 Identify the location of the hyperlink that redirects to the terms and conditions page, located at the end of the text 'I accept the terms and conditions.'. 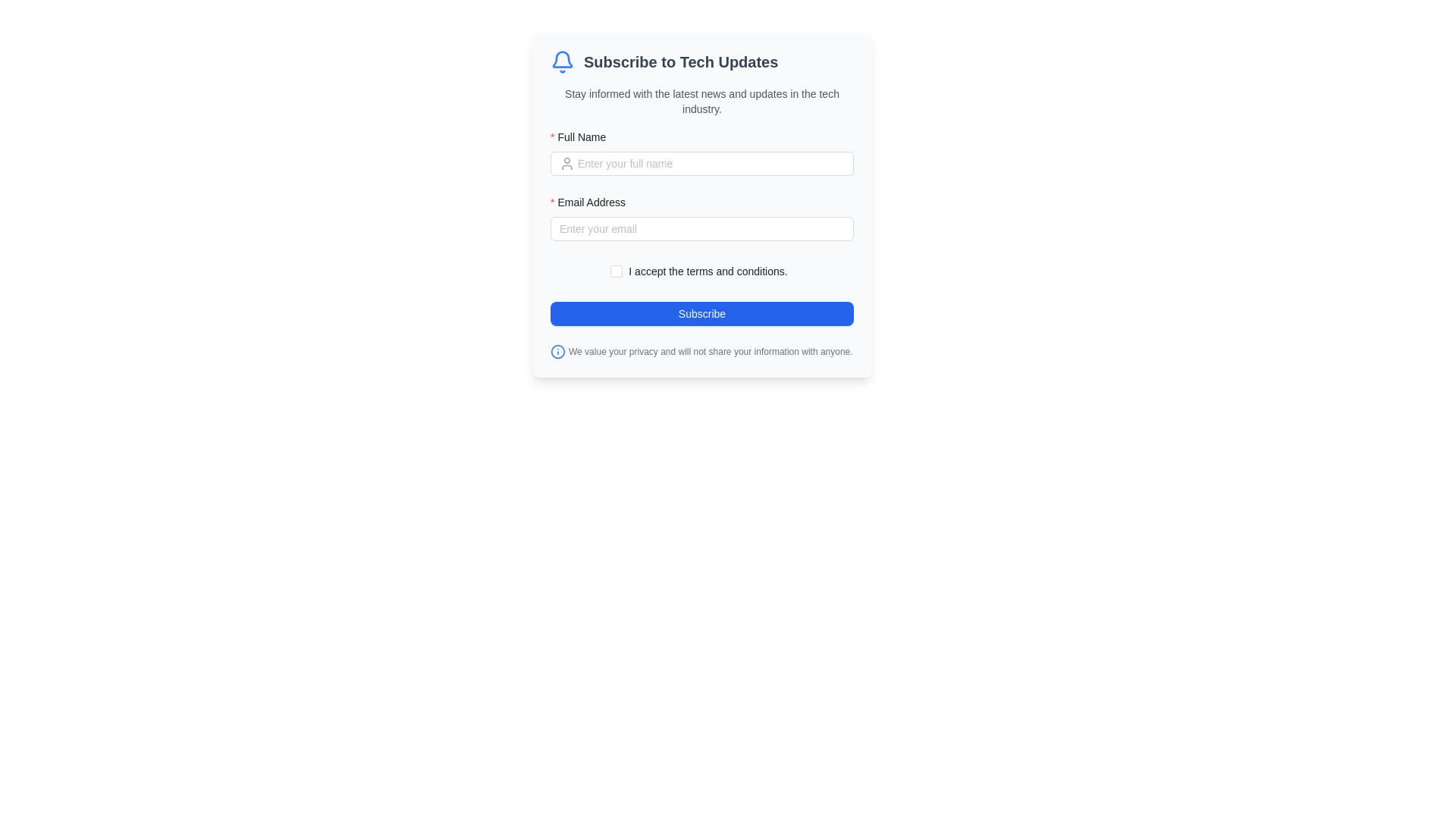
(736, 271).